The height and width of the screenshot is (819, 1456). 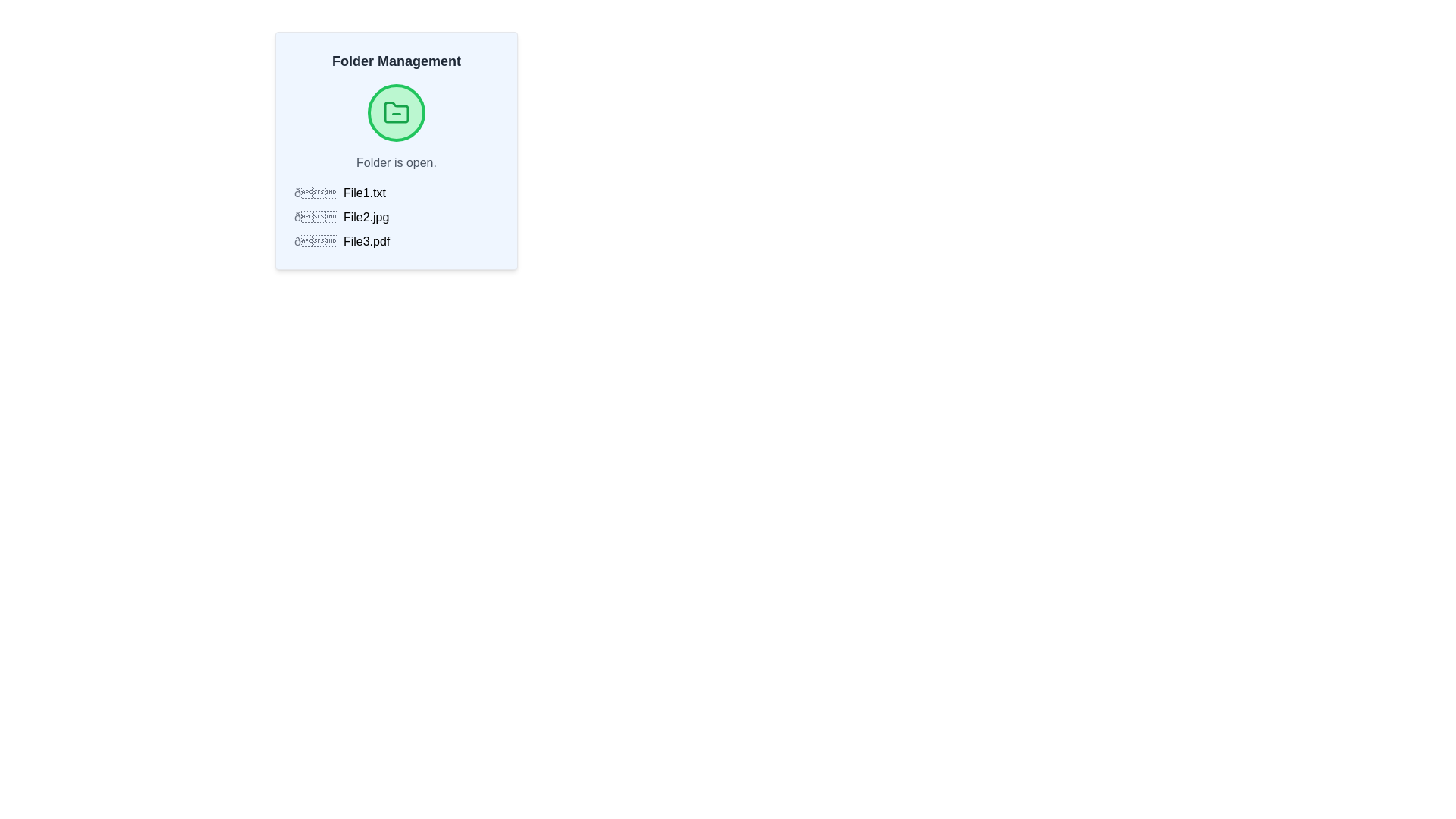 I want to click on the text label displaying 'File1.txt', which is the first item in a vertical list beneath the 'Folder is open.' text, and located directly below the folder icon, so click(x=364, y=192).